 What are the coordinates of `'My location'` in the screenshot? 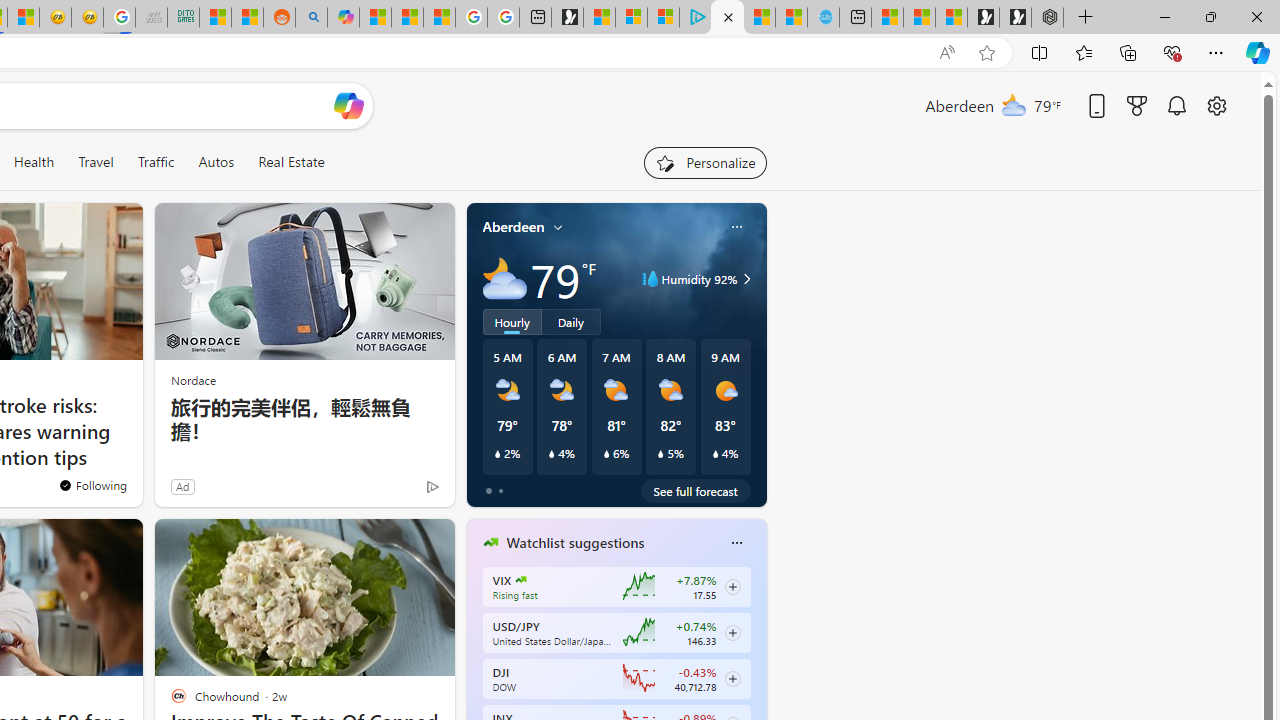 It's located at (558, 226).